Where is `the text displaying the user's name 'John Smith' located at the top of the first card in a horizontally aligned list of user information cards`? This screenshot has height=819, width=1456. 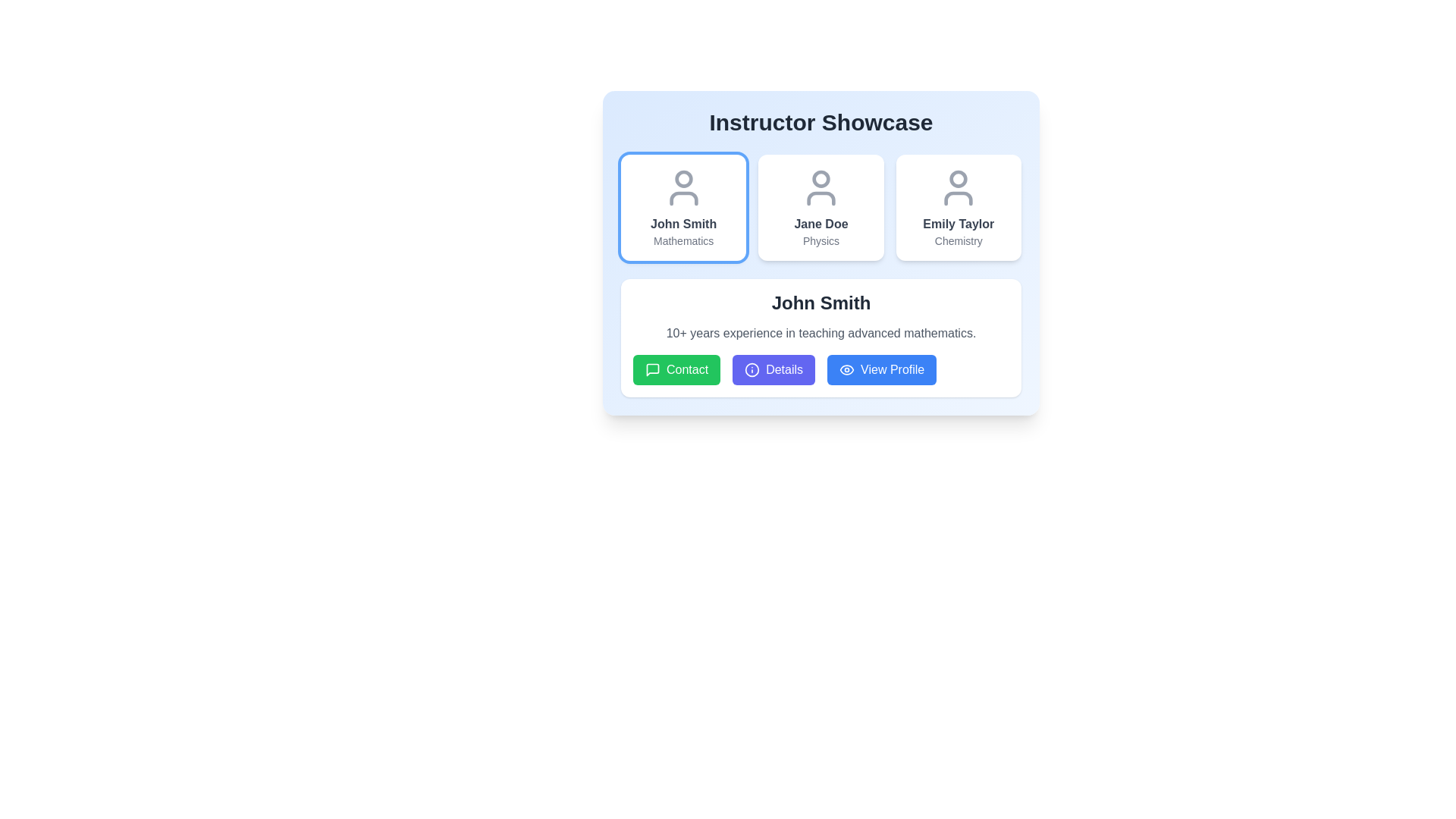
the text displaying the user's name 'John Smith' located at the top of the first card in a horizontally aligned list of user information cards is located at coordinates (682, 224).